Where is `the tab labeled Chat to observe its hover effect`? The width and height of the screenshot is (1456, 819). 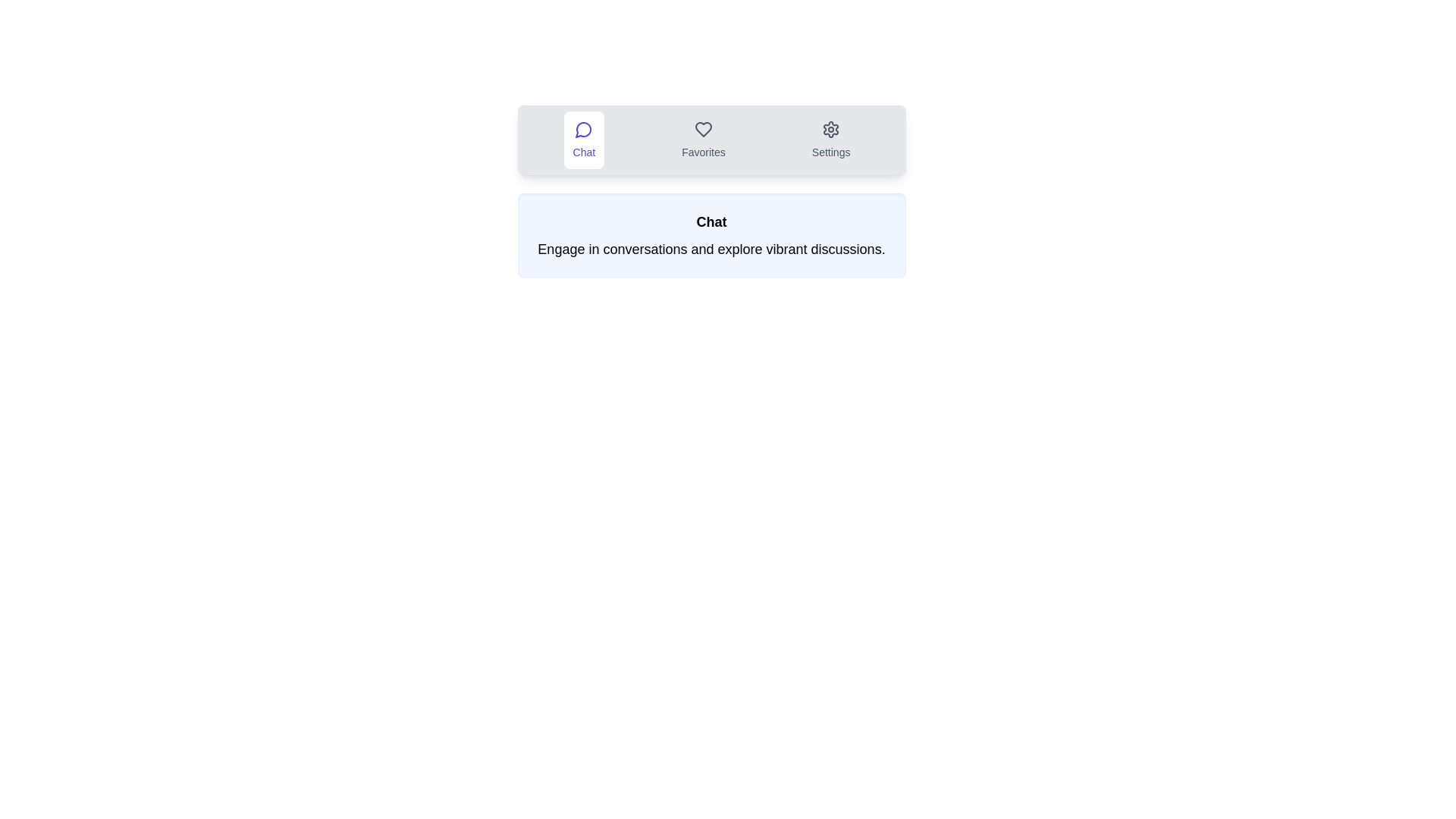 the tab labeled Chat to observe its hover effect is located at coordinates (583, 140).